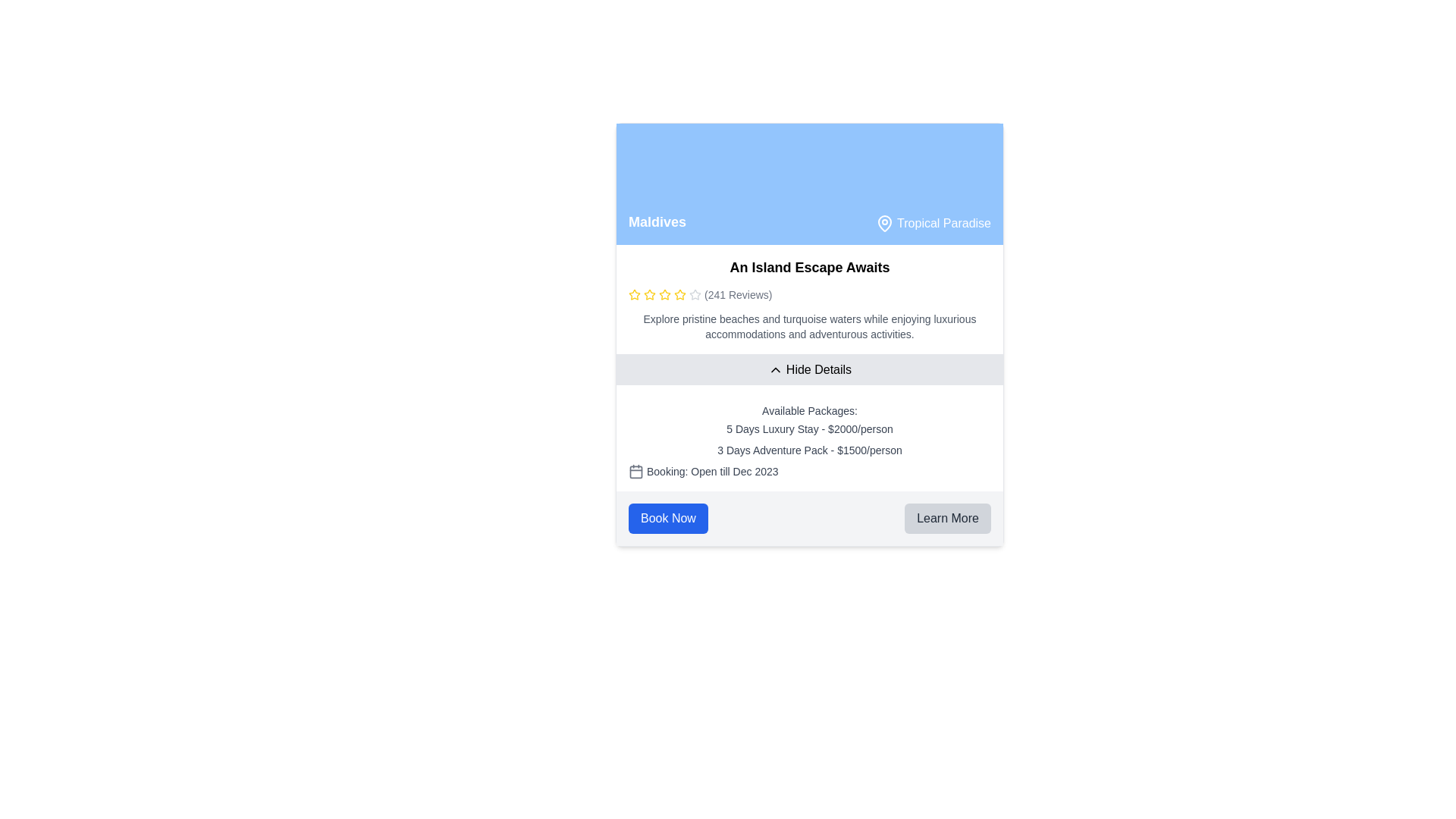 Image resolution: width=1456 pixels, height=819 pixels. Describe the element at coordinates (665, 295) in the screenshot. I see `the fifth star-shaped icon in the user rating display, which is styled with a yellow color outline and is part of a sequence of rating icons` at that location.